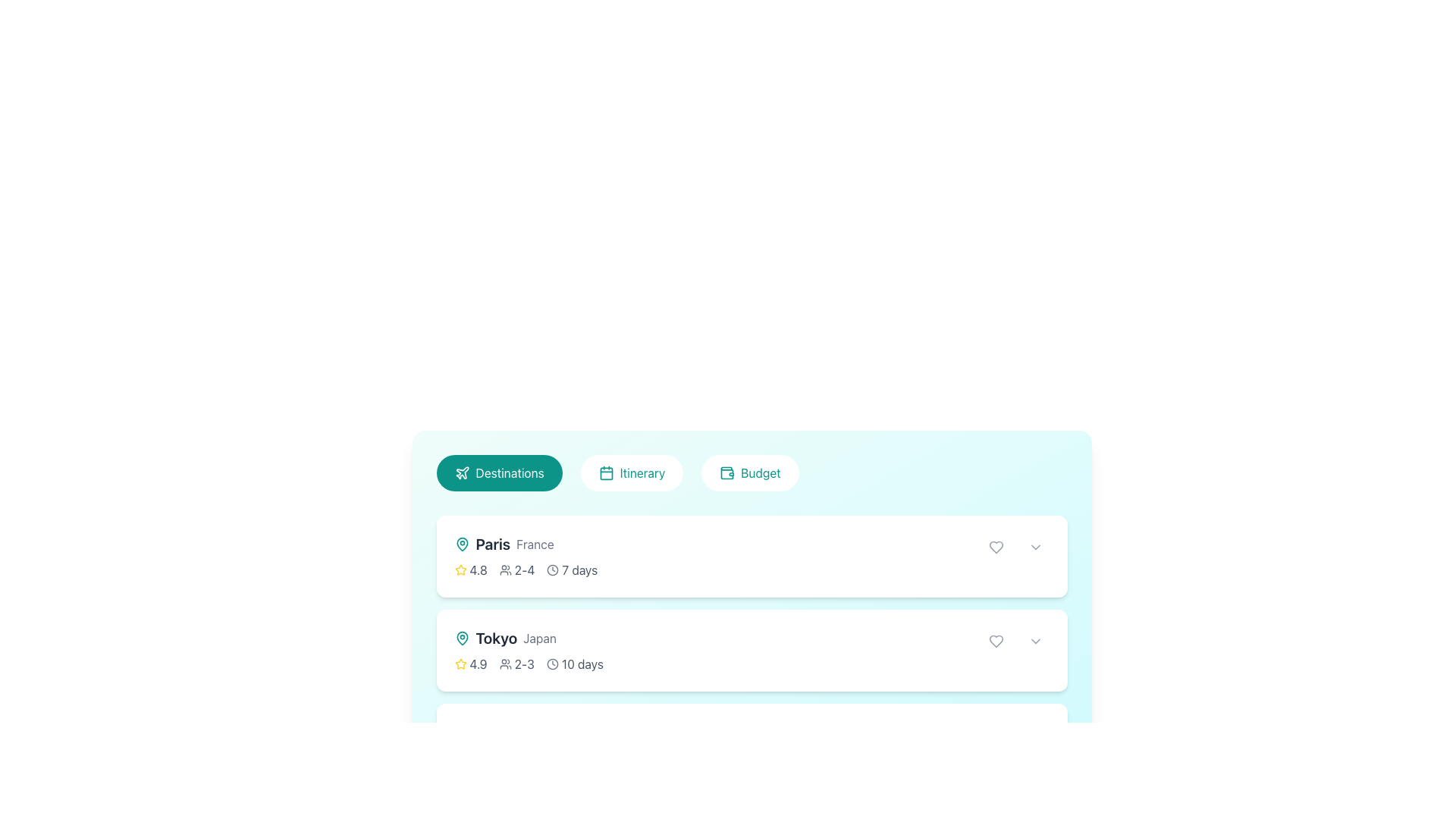  I want to click on the gray chevron-down icon in the second card, so click(1034, 641).